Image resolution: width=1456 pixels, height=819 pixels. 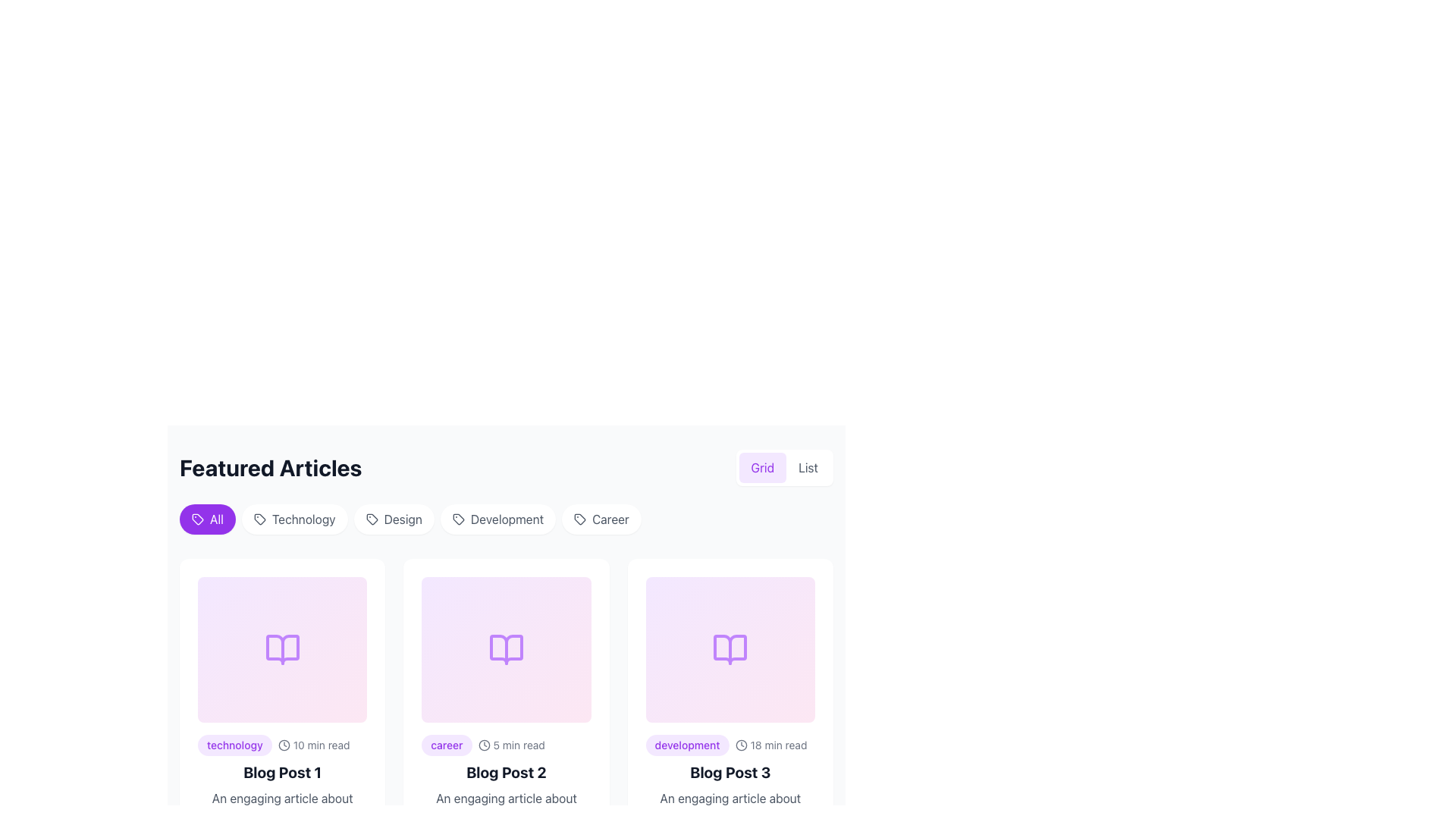 I want to click on the decorative icon enhancing the visual representation of the 'Design' filter button located on the left-hand side of the label text in the navigation bar for the 'Featured Articles' section, so click(x=372, y=519).